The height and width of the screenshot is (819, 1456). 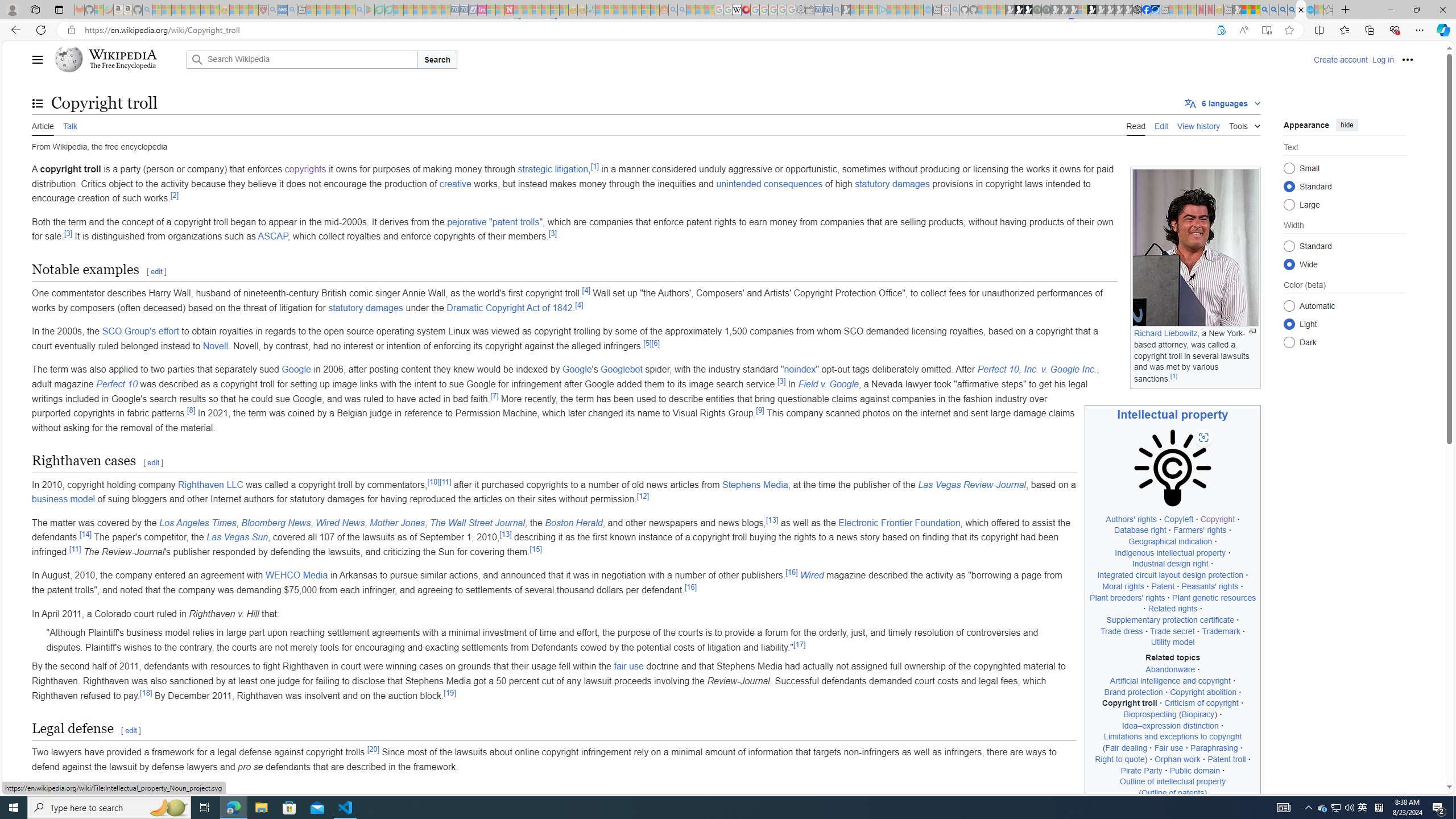 What do you see at coordinates (1328, 9) in the screenshot?
I see `'Favorites - Sleeping'` at bounding box center [1328, 9].